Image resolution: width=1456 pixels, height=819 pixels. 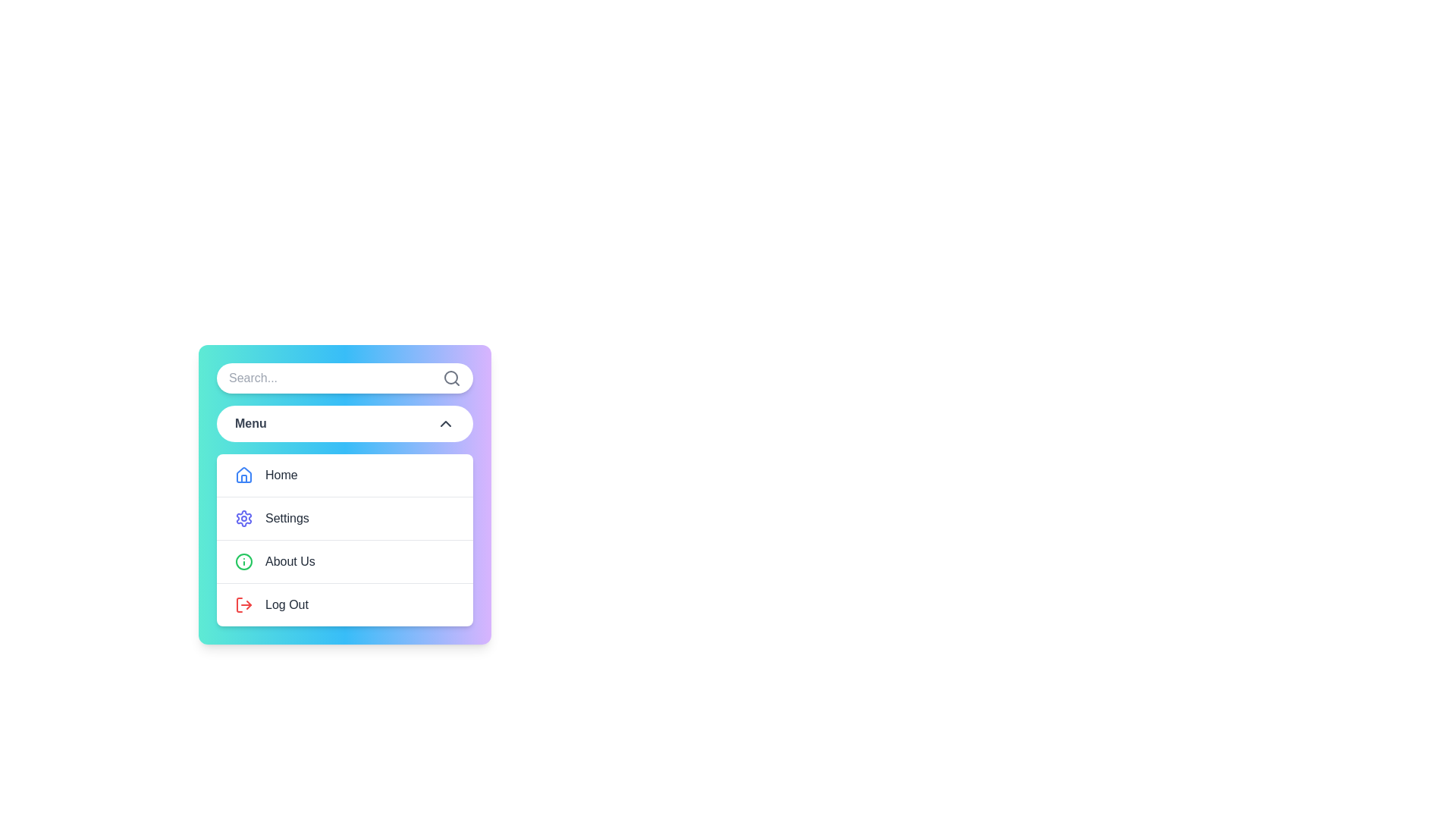 I want to click on the 'Menu' label, which is a bold text in medium-dark gray color, located within a dropdown menu component in the upper section of a vertically structured menu card, so click(x=250, y=424).